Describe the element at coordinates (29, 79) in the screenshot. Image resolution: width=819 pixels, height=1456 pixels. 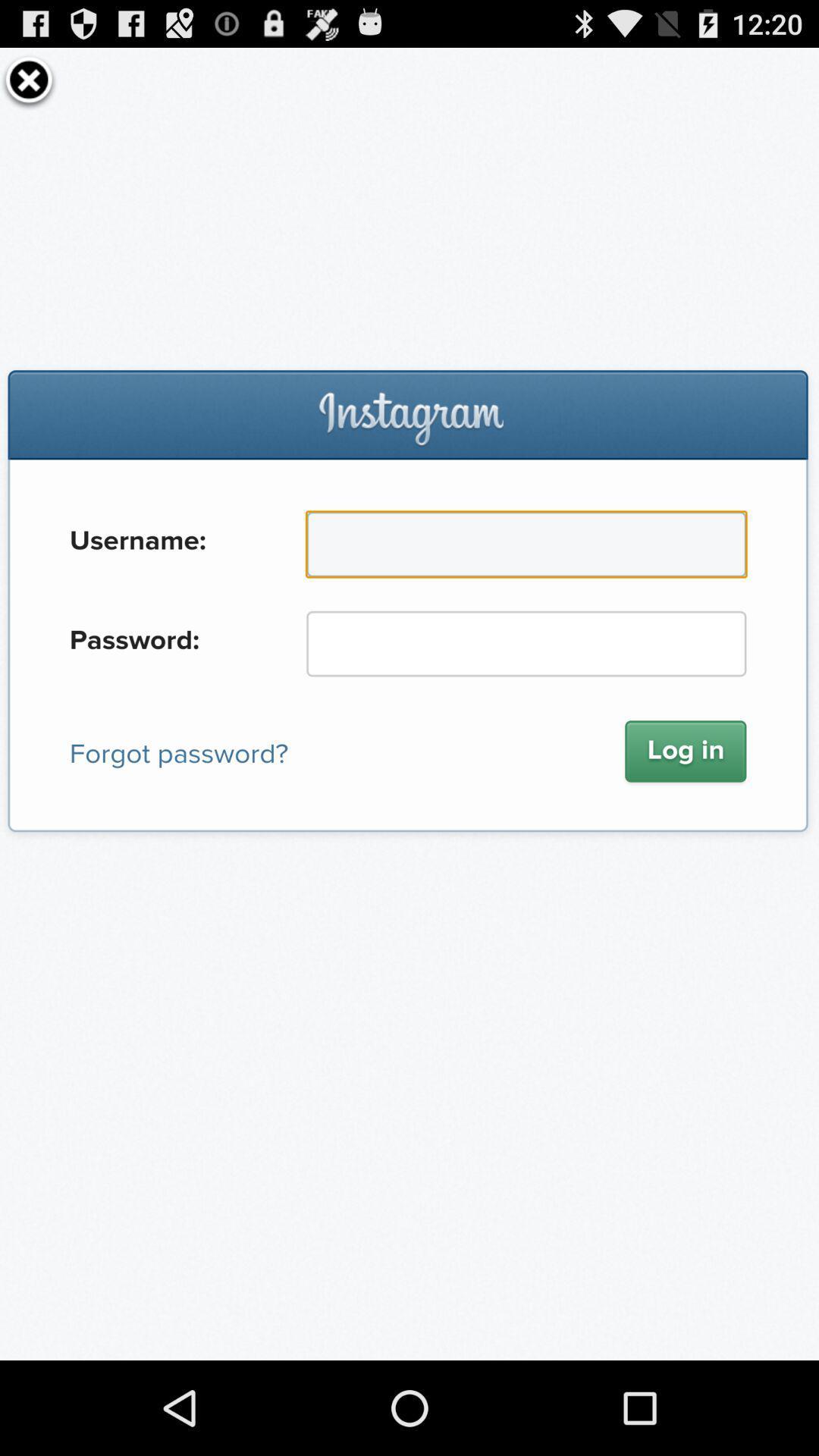
I see `this tab` at that location.